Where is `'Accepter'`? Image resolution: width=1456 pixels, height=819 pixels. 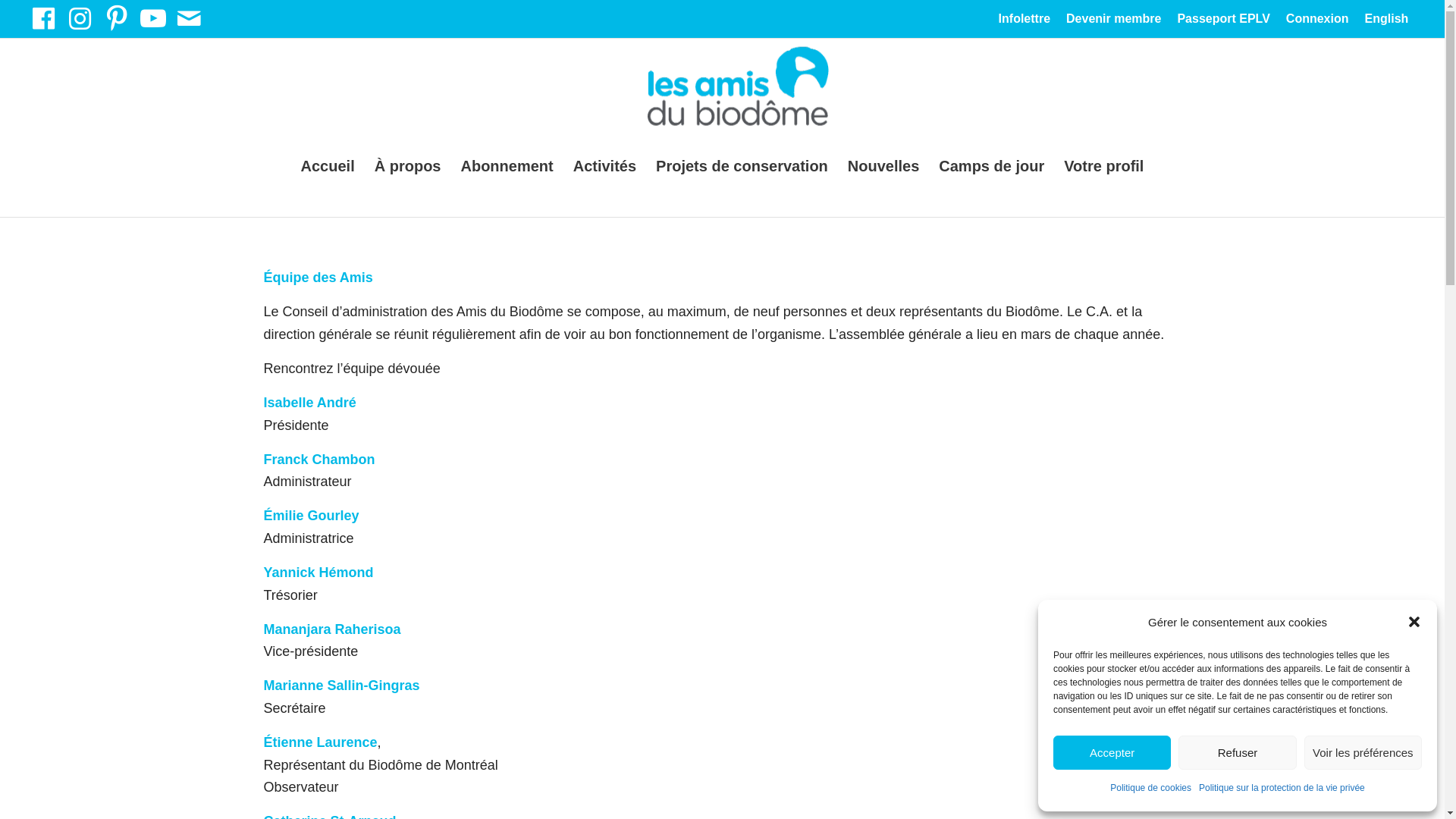
'Accepter' is located at coordinates (1112, 752).